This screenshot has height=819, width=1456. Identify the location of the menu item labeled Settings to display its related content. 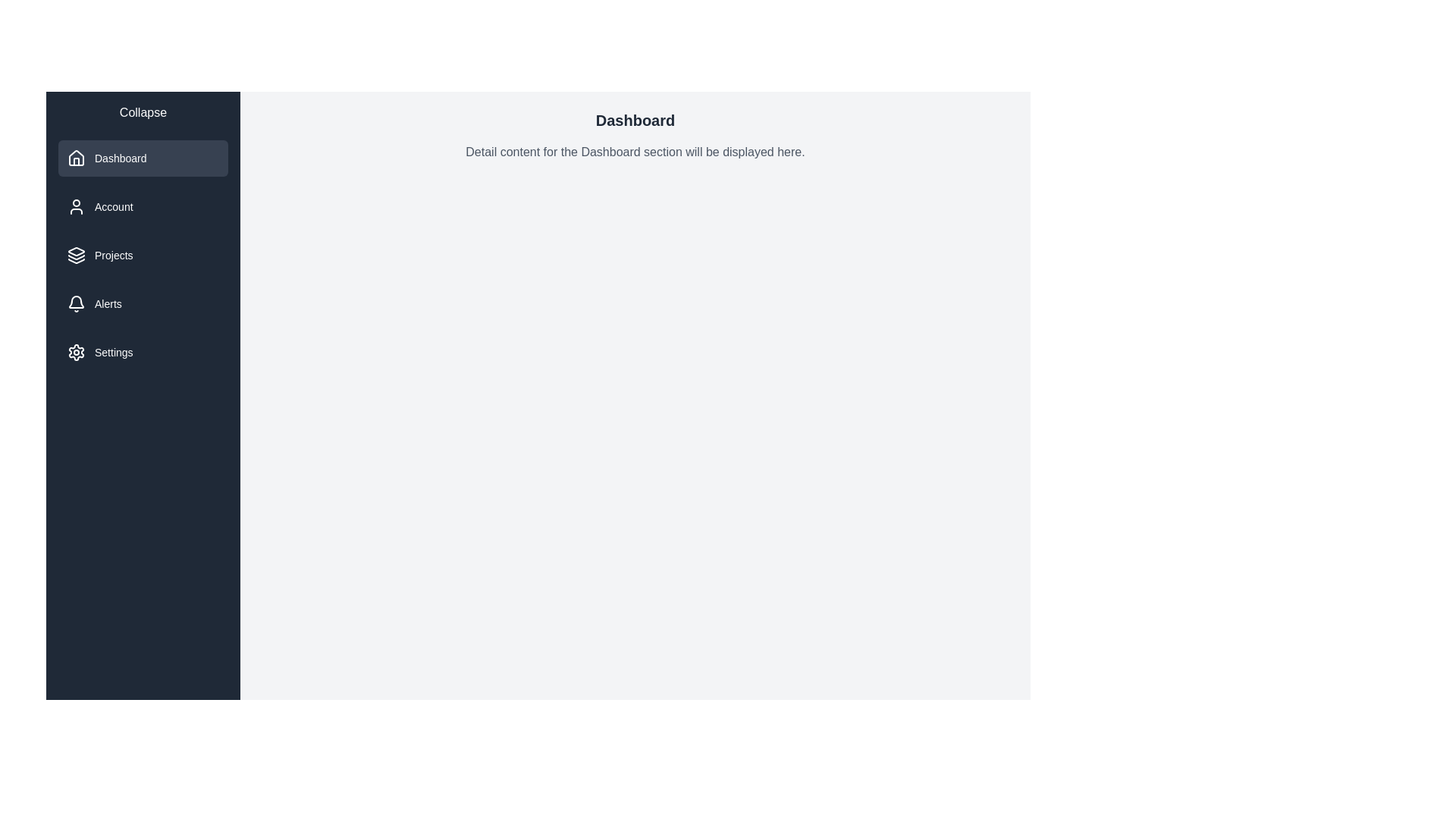
(143, 353).